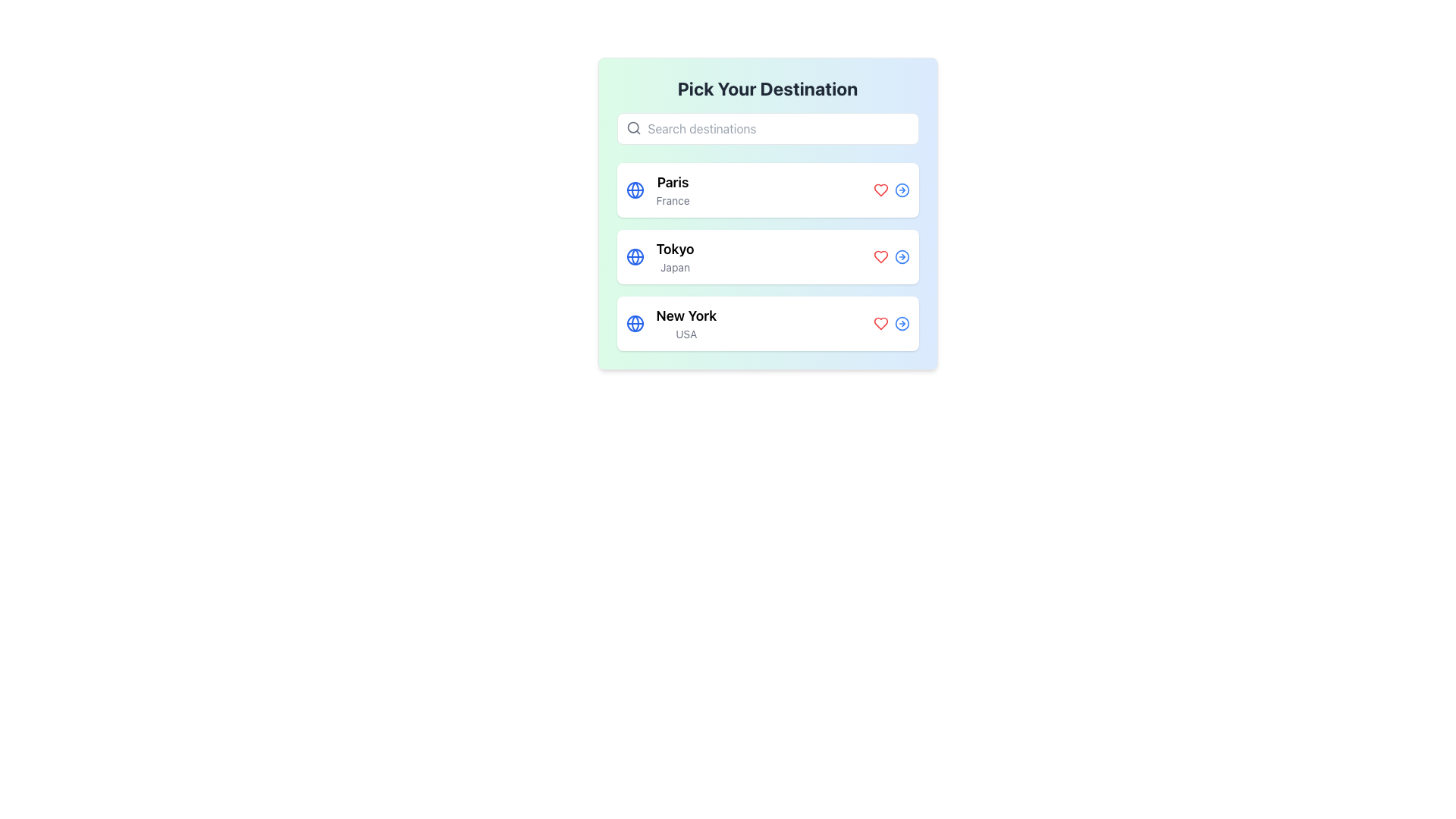  What do you see at coordinates (670, 323) in the screenshot?
I see `the third list item displaying the location 'New York, USA' with a globe icon` at bounding box center [670, 323].